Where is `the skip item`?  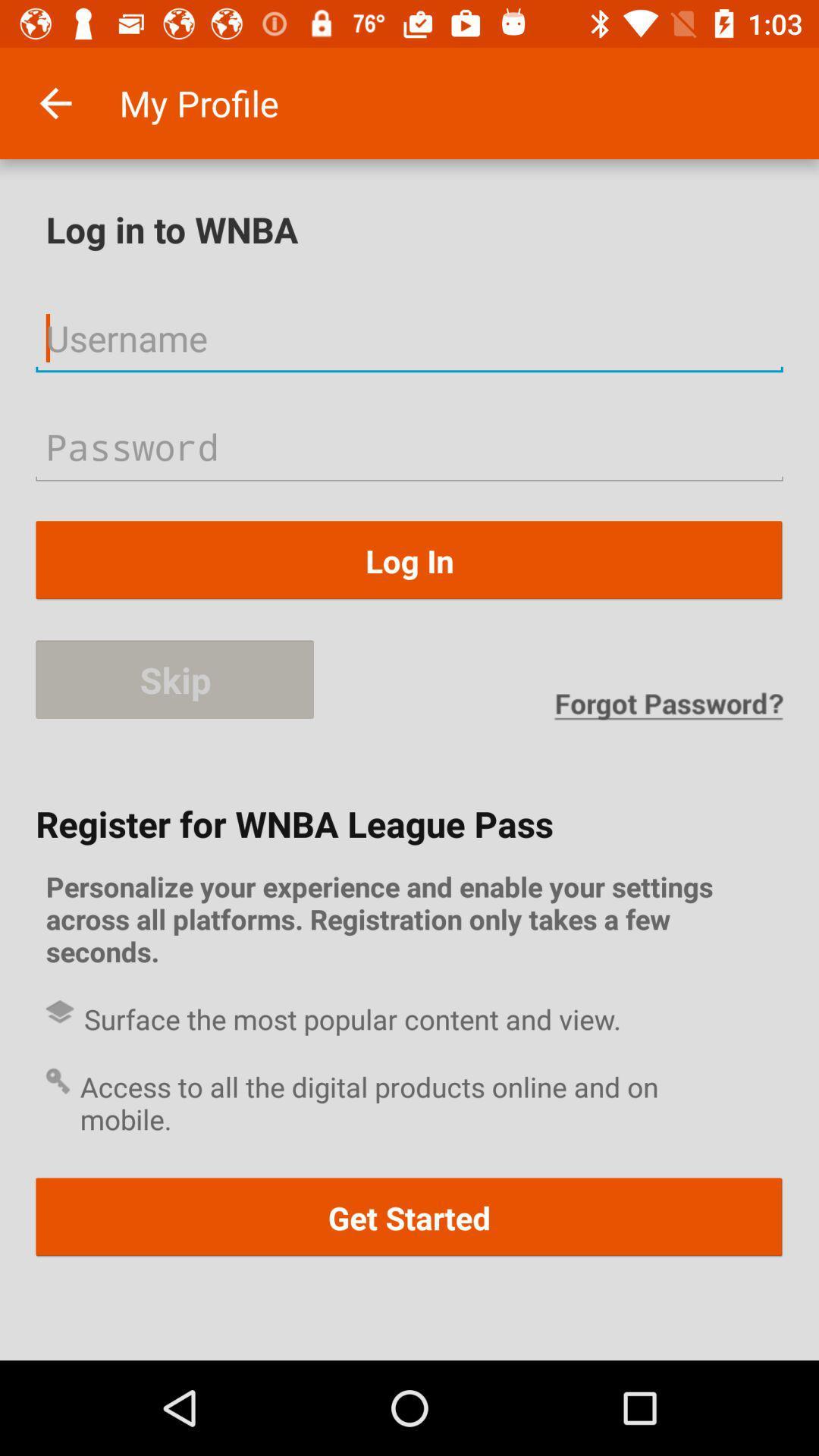
the skip item is located at coordinates (174, 679).